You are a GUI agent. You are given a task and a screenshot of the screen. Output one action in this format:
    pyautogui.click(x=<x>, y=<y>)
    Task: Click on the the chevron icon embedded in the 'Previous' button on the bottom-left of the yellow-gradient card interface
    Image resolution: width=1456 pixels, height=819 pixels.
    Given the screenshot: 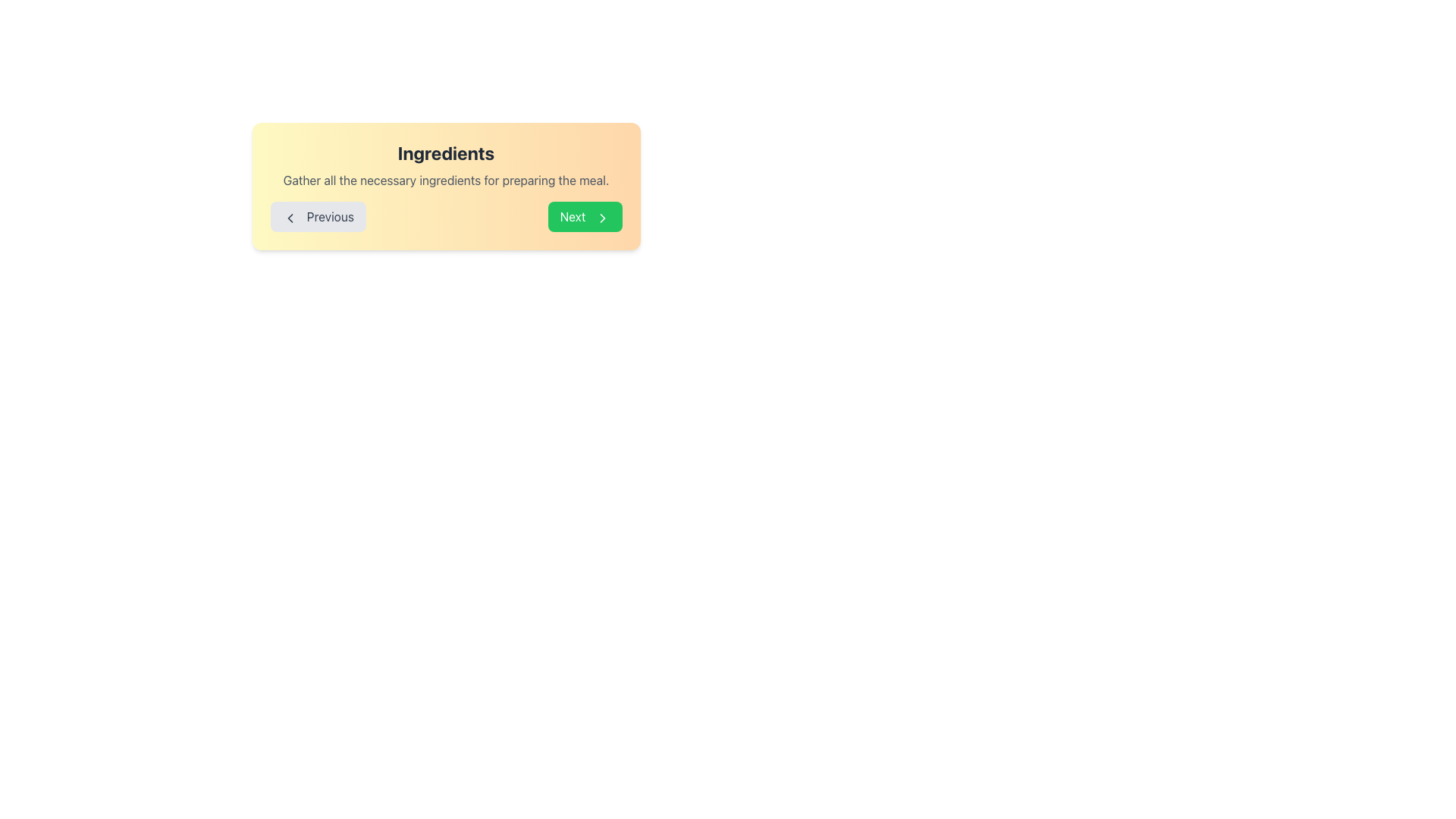 What is the action you would take?
    pyautogui.click(x=290, y=218)
    